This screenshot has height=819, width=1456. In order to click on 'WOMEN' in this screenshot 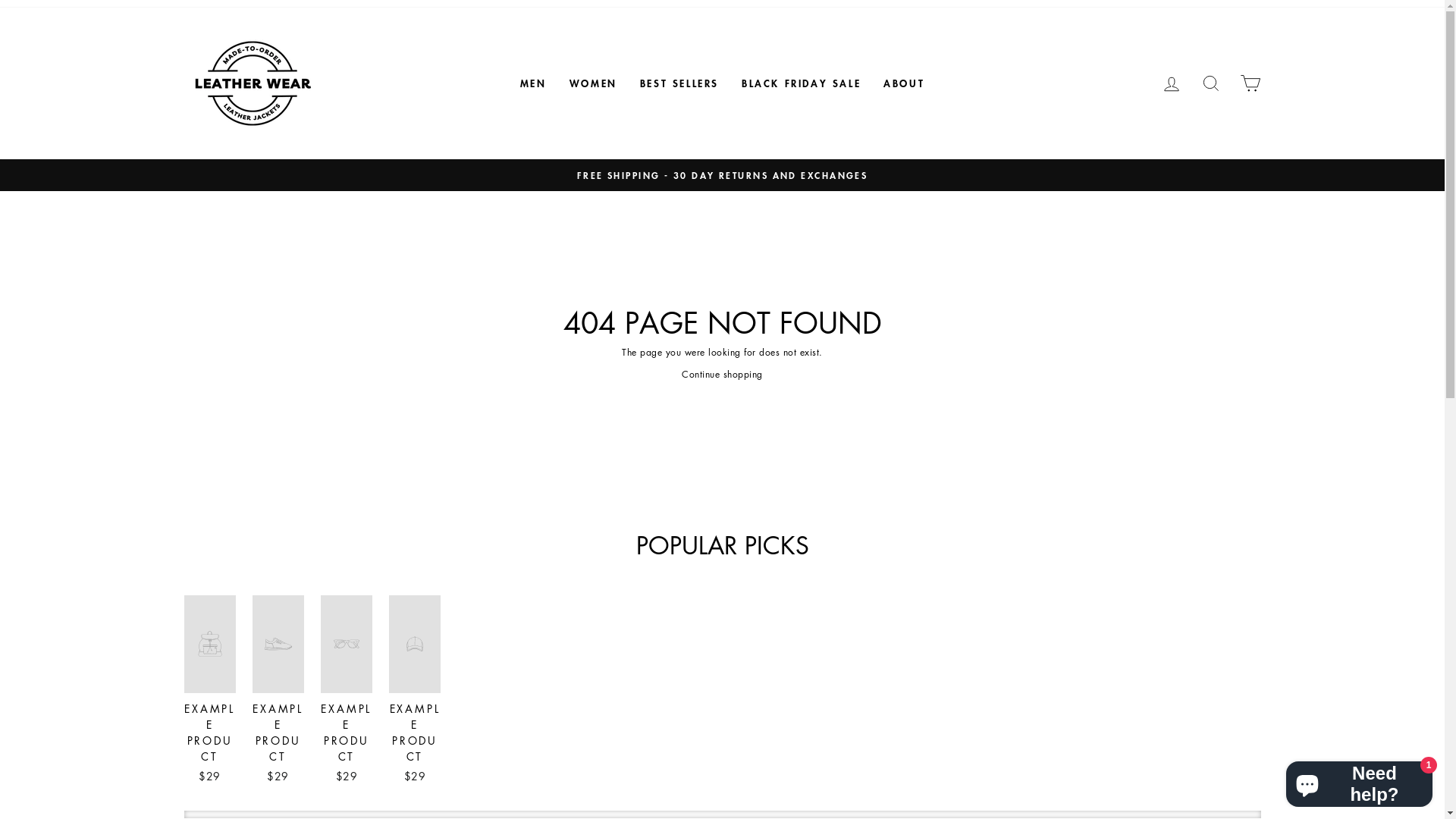, I will do `click(557, 83)`.